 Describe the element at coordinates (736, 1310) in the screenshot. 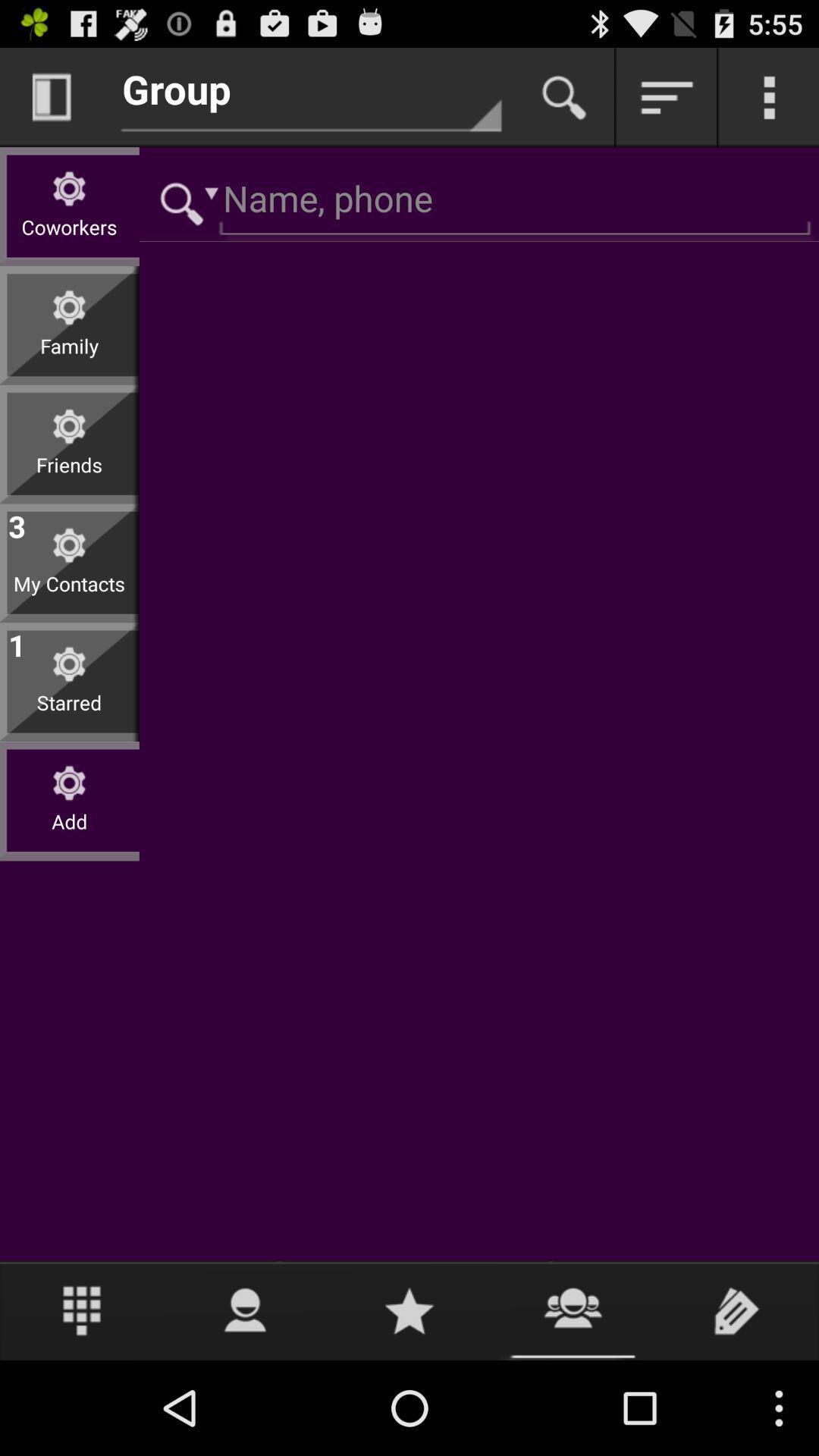

I see `write comment` at that location.